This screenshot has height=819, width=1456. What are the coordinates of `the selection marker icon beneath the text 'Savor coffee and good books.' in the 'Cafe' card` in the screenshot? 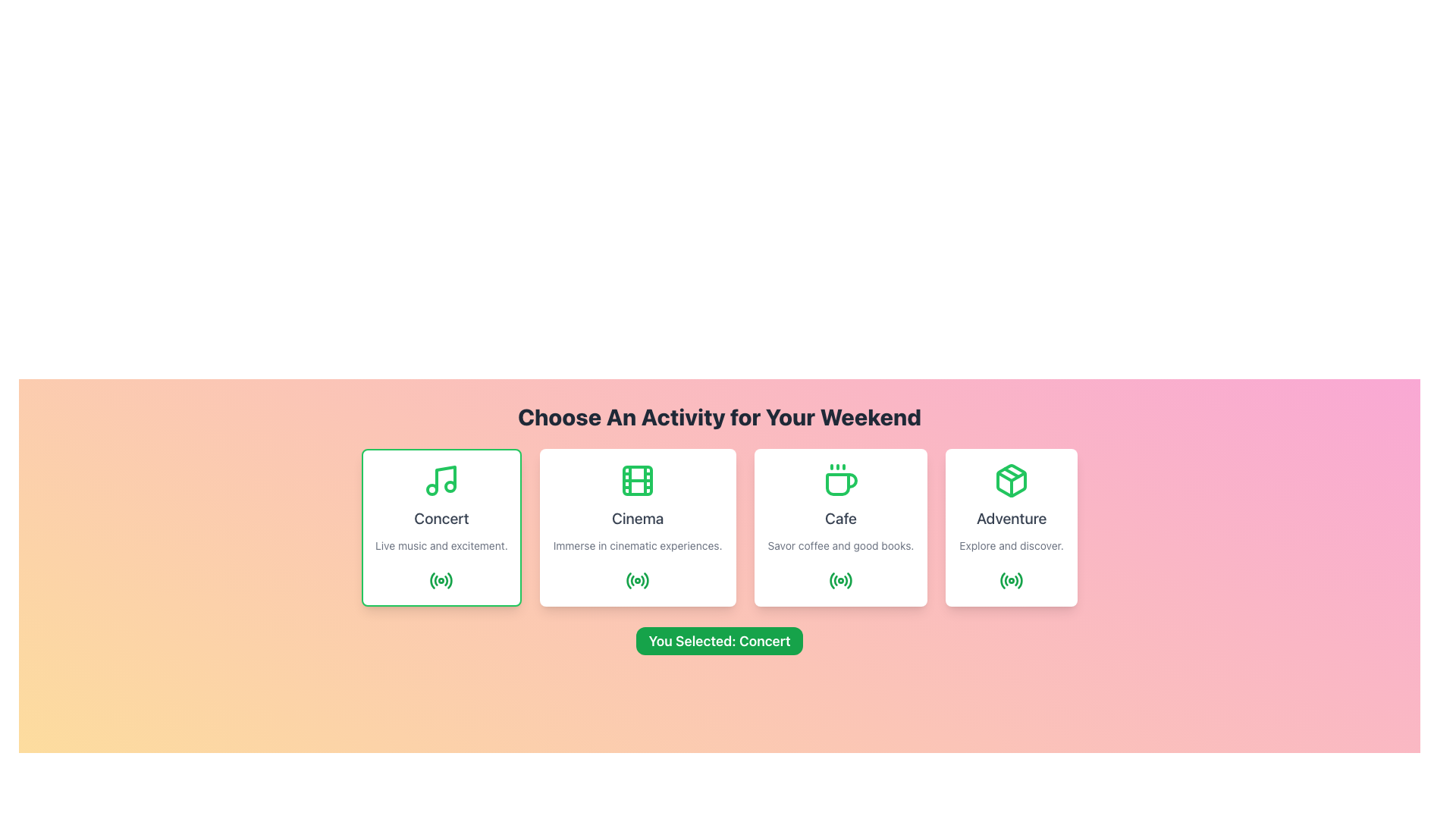 It's located at (839, 580).